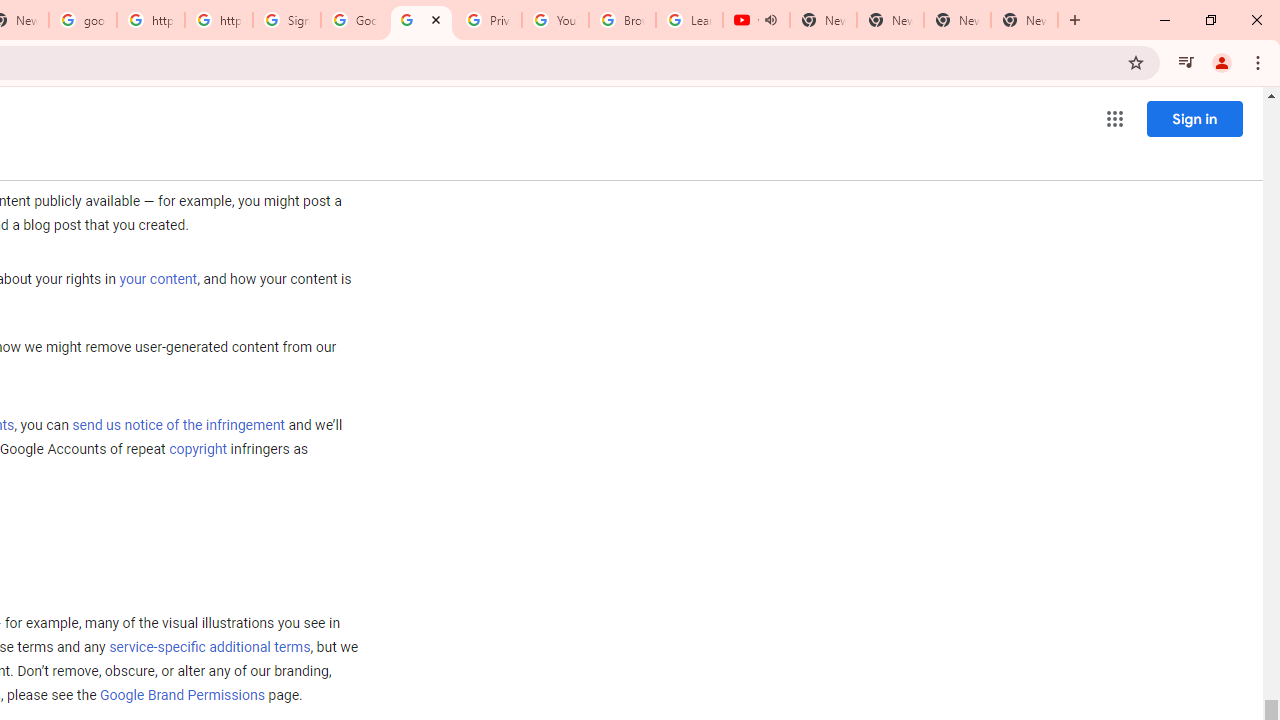 This screenshot has height=720, width=1280. I want to click on 'service-specific additional terms', so click(209, 648).